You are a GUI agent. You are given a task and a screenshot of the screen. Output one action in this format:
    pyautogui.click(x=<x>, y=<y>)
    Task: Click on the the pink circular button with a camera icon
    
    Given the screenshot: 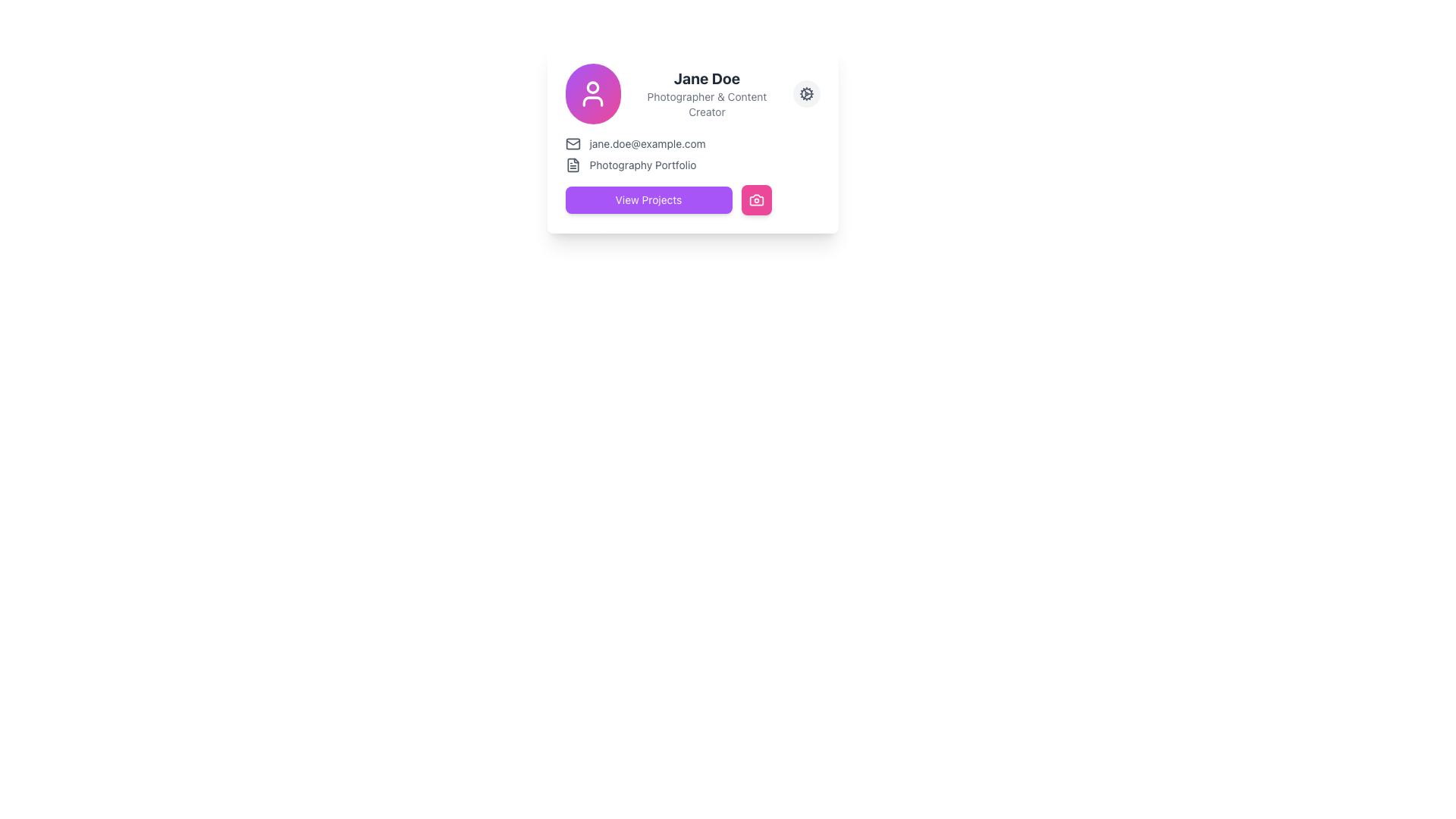 What is the action you would take?
    pyautogui.click(x=756, y=199)
    